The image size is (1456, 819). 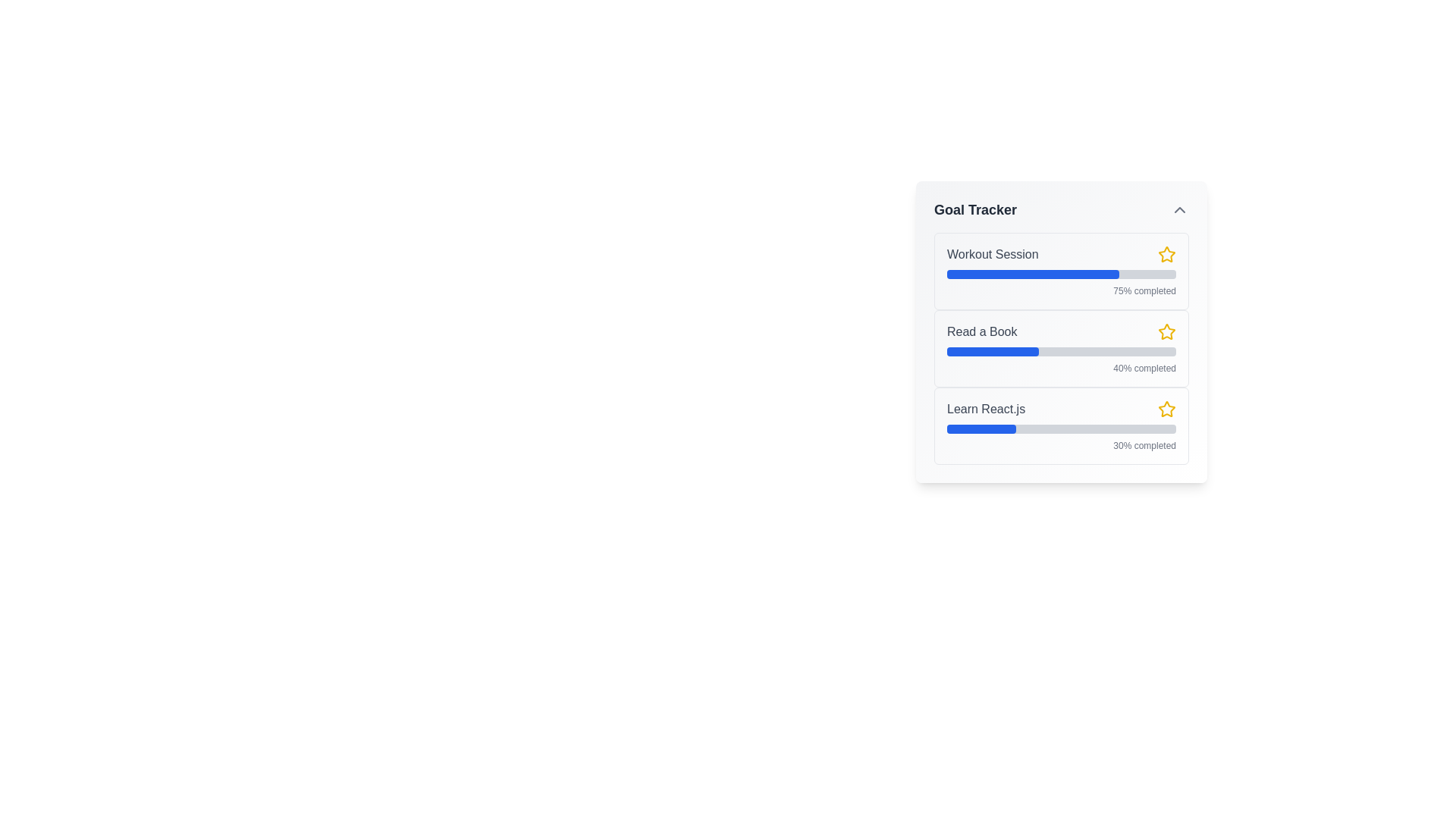 I want to click on the narrow rectangular progress bar below the 'Read a Book' section, which is styled with rounded corners and indicates 40% progress, so click(x=1061, y=351).